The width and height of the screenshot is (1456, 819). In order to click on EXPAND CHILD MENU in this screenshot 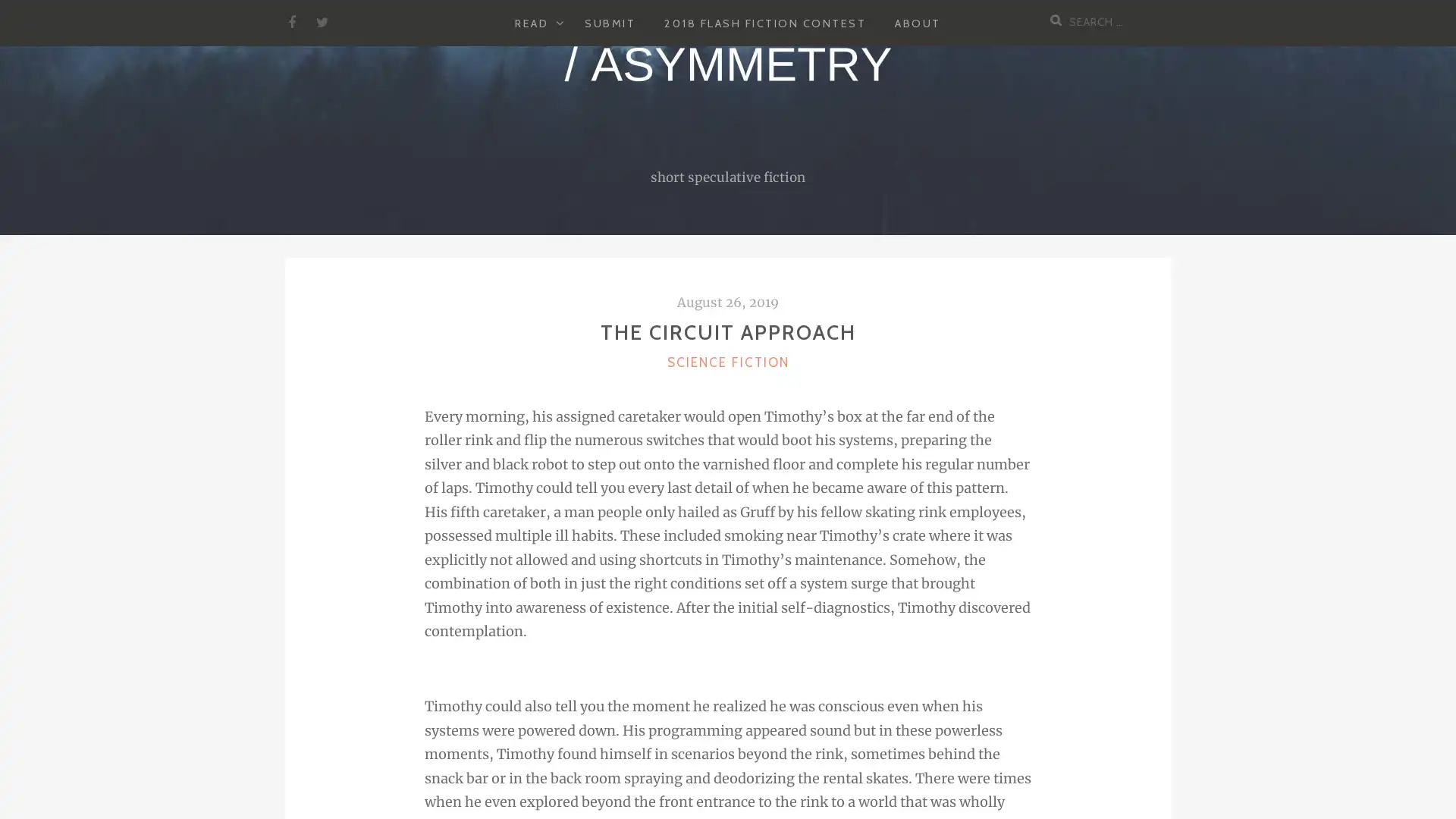, I will do `click(558, 22)`.